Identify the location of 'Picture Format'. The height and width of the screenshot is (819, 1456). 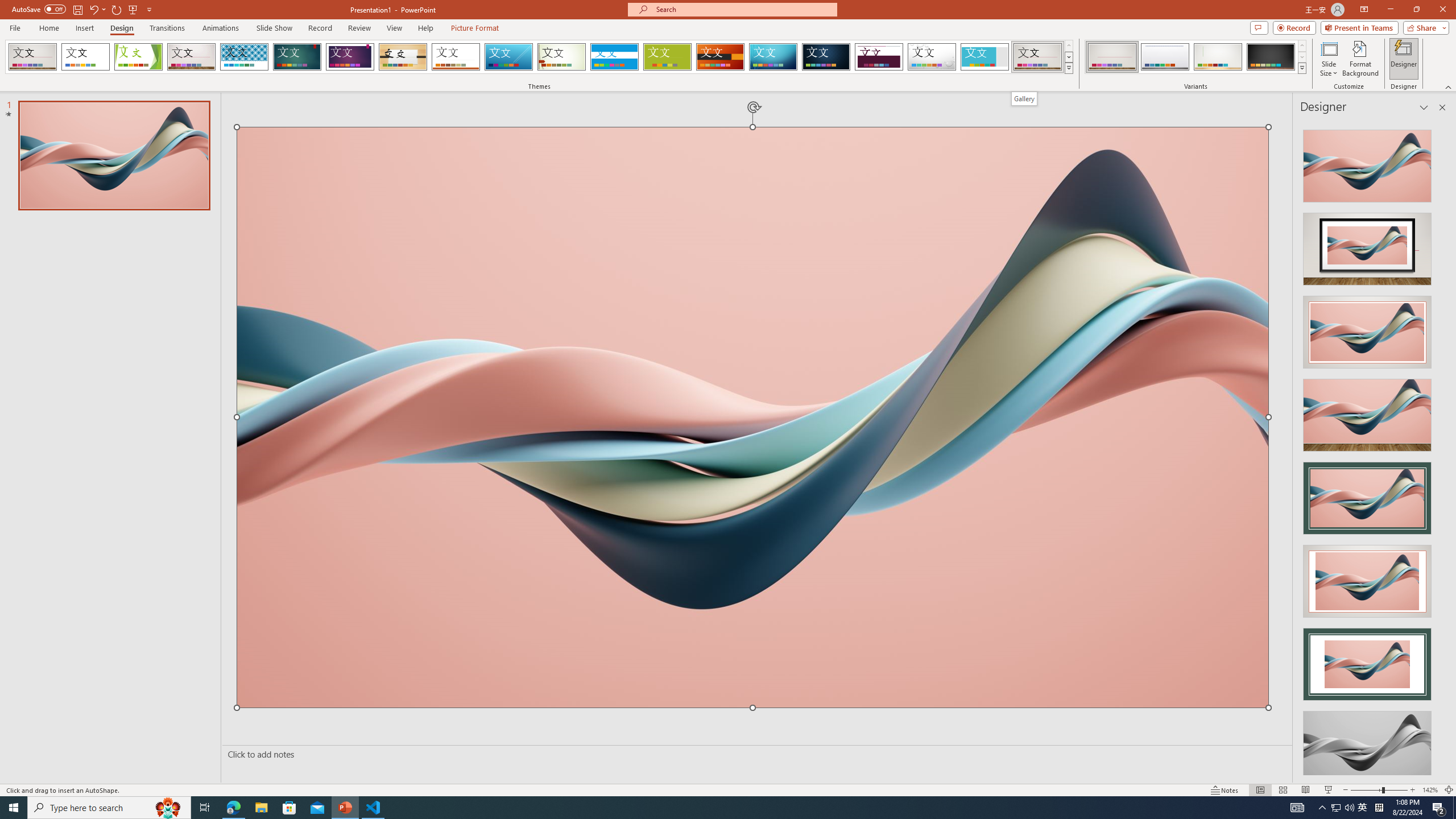
(475, 28).